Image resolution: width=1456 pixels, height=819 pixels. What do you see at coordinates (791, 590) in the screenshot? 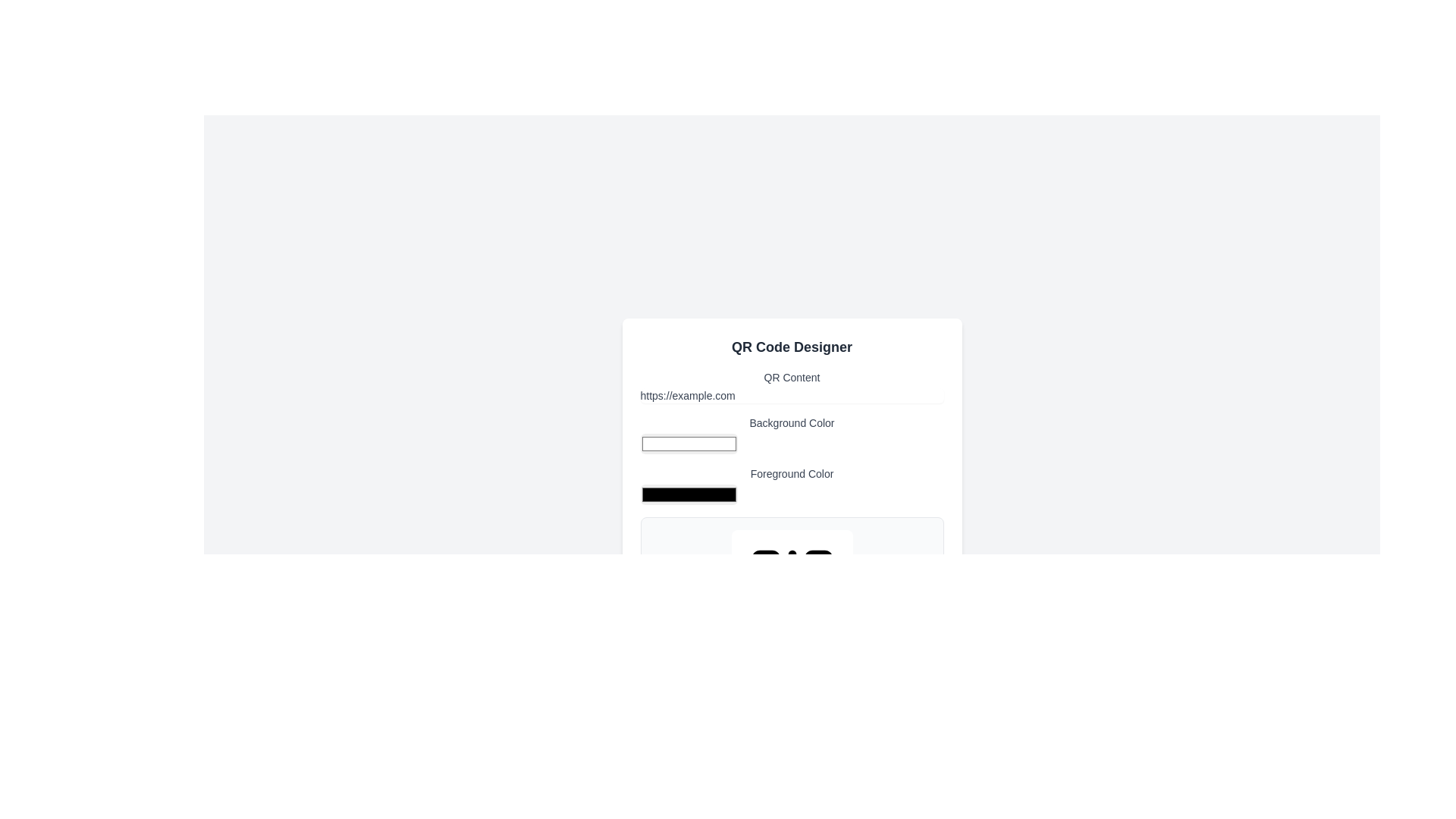
I see `the static graphic element representing the QR code, located in the bottom half of the 'QR Code Designer' section, below the 'Foreground Color' selector` at bounding box center [791, 590].